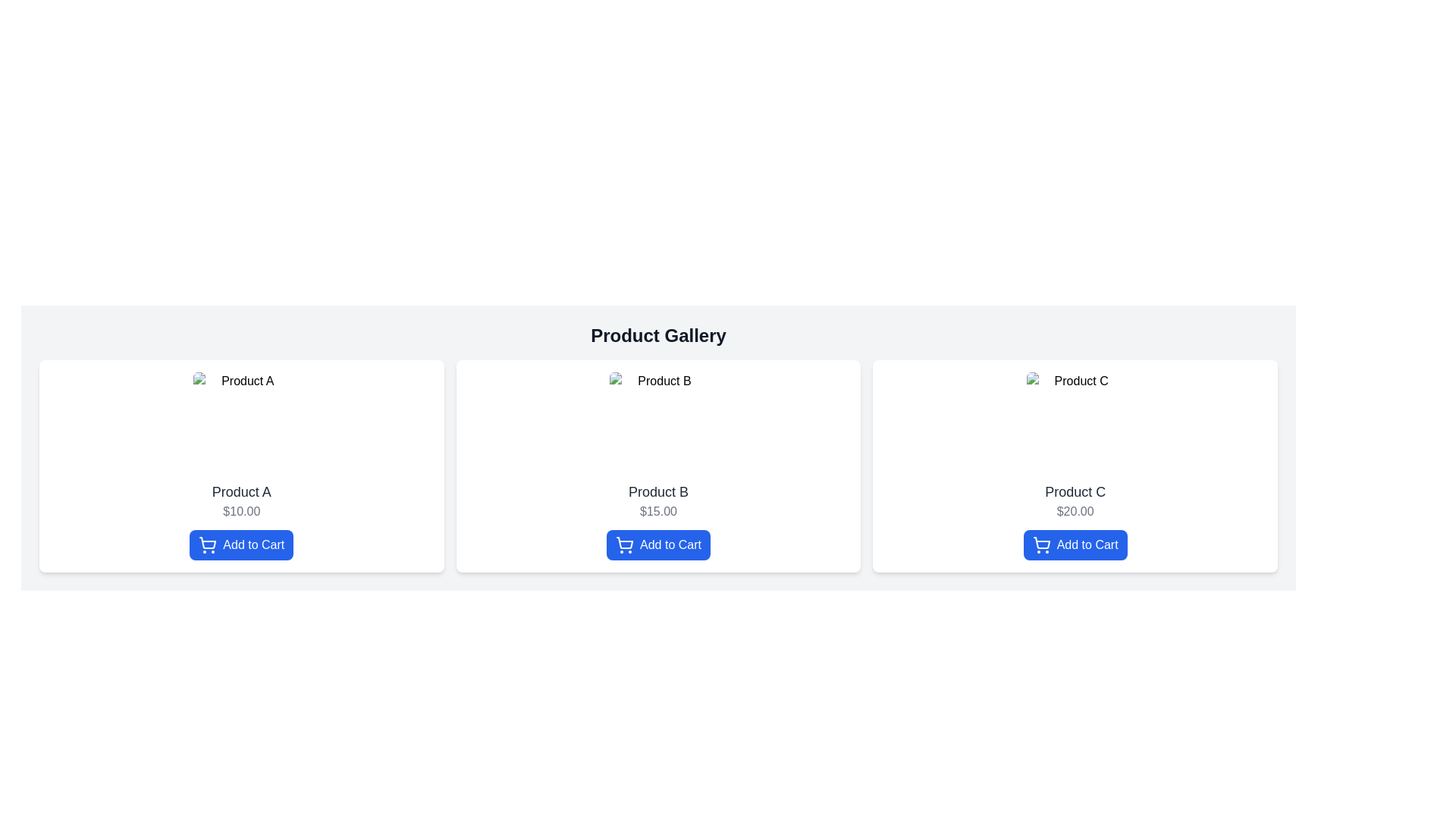  Describe the element at coordinates (658, 491) in the screenshot. I see `the product visually` at that location.